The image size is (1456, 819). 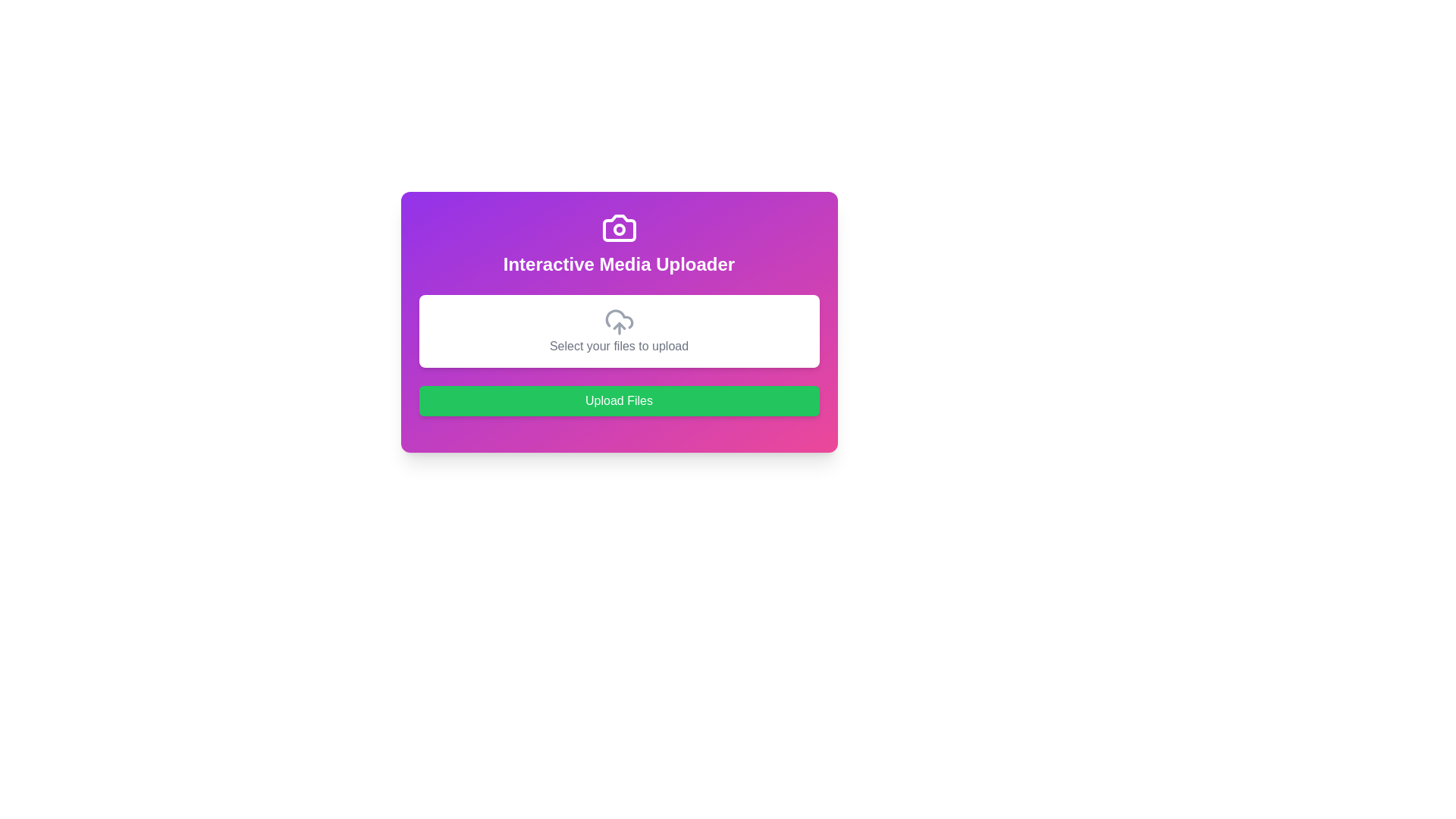 I want to click on the brightly colored rectangular button with rounded corners and a green background that reads 'Upload Files' to upload selected files, so click(x=619, y=400).